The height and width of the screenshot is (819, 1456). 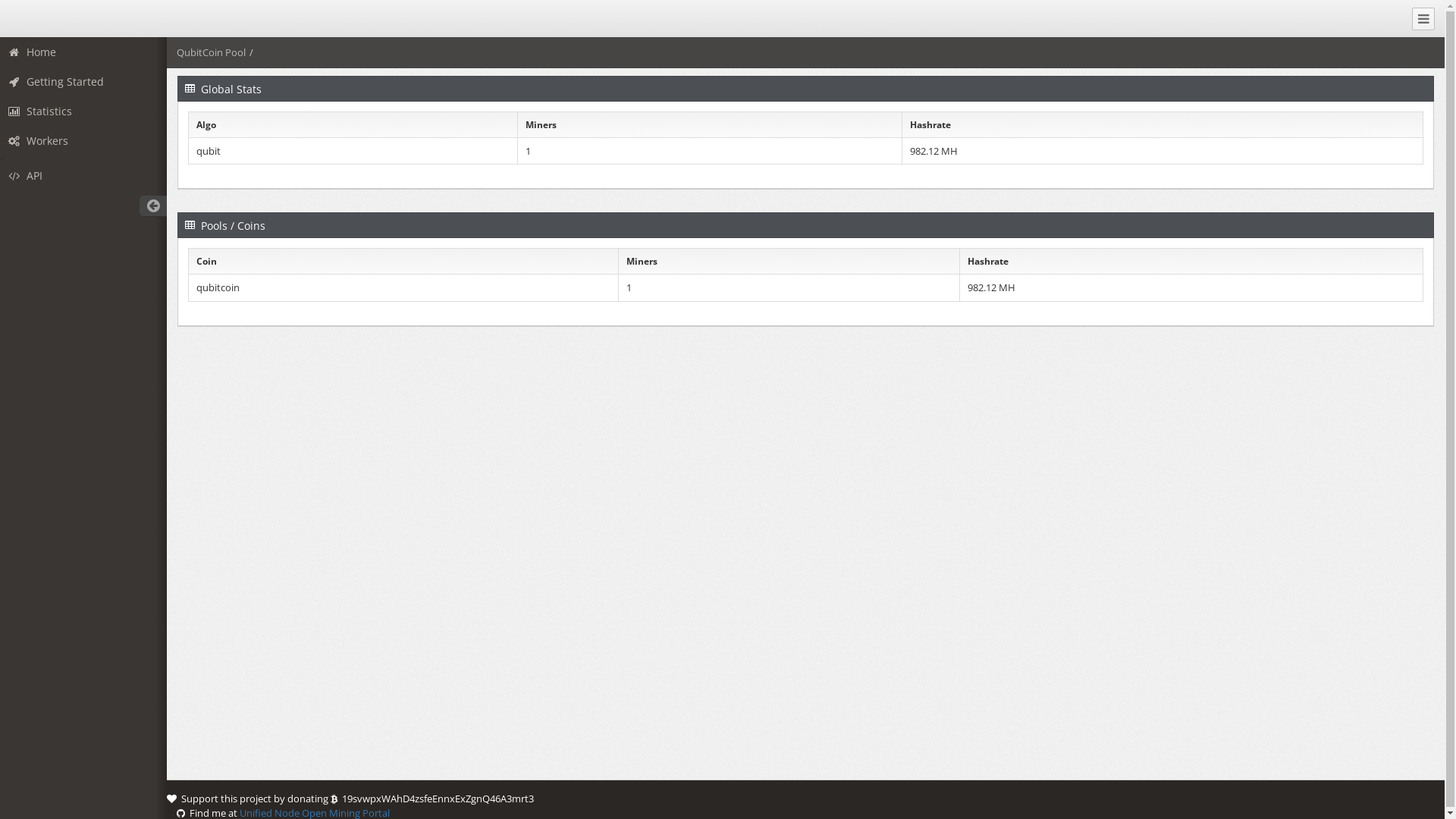 I want to click on 'Getting Started', so click(x=83, y=81).